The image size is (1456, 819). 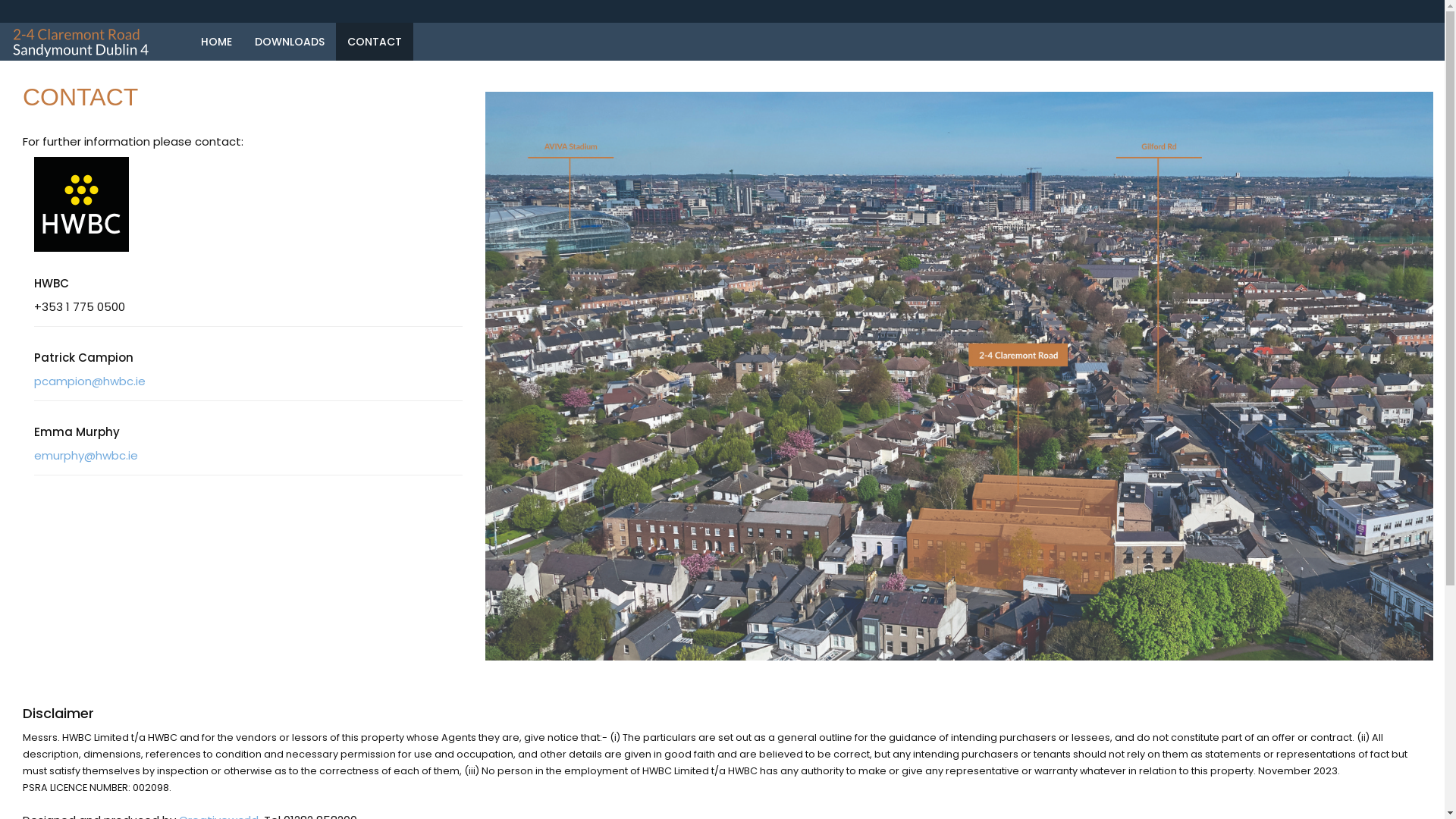 What do you see at coordinates (215, 40) in the screenshot?
I see `'HOME'` at bounding box center [215, 40].